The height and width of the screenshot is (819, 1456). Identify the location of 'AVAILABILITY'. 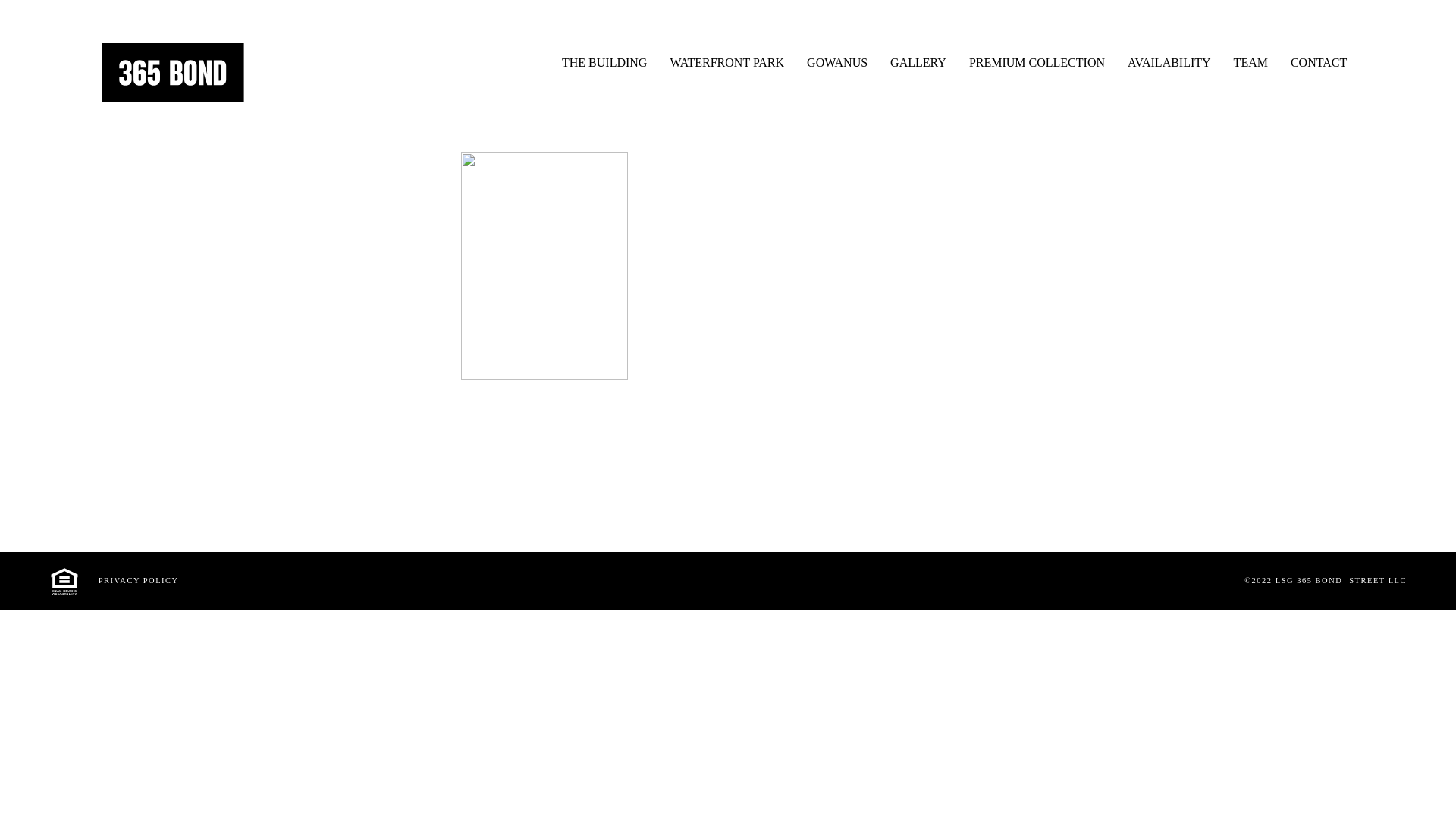
(1168, 58).